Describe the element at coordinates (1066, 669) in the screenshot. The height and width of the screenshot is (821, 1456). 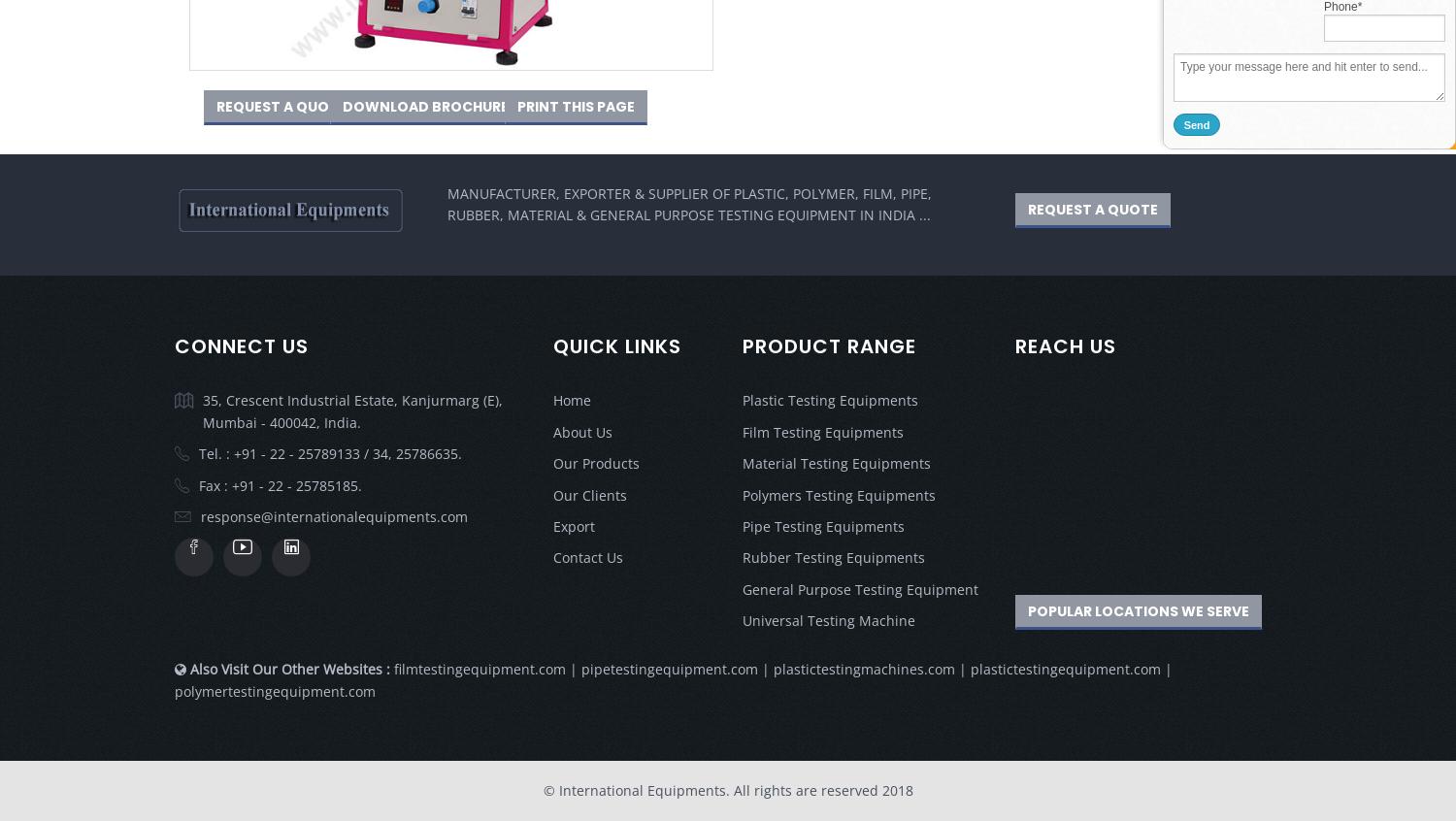
I see `'plastictestingequipment.com'` at that location.